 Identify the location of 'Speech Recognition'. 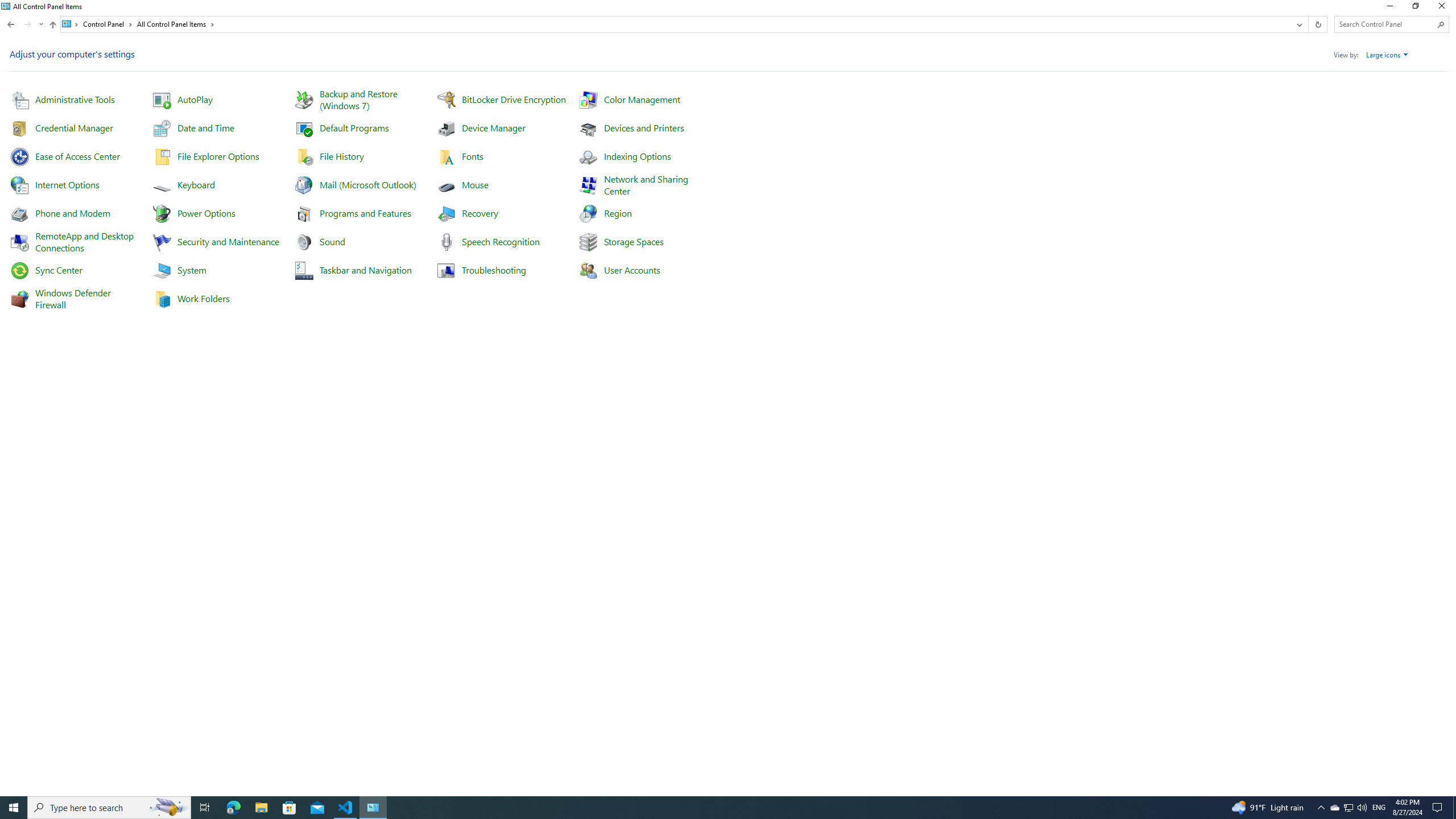
(500, 241).